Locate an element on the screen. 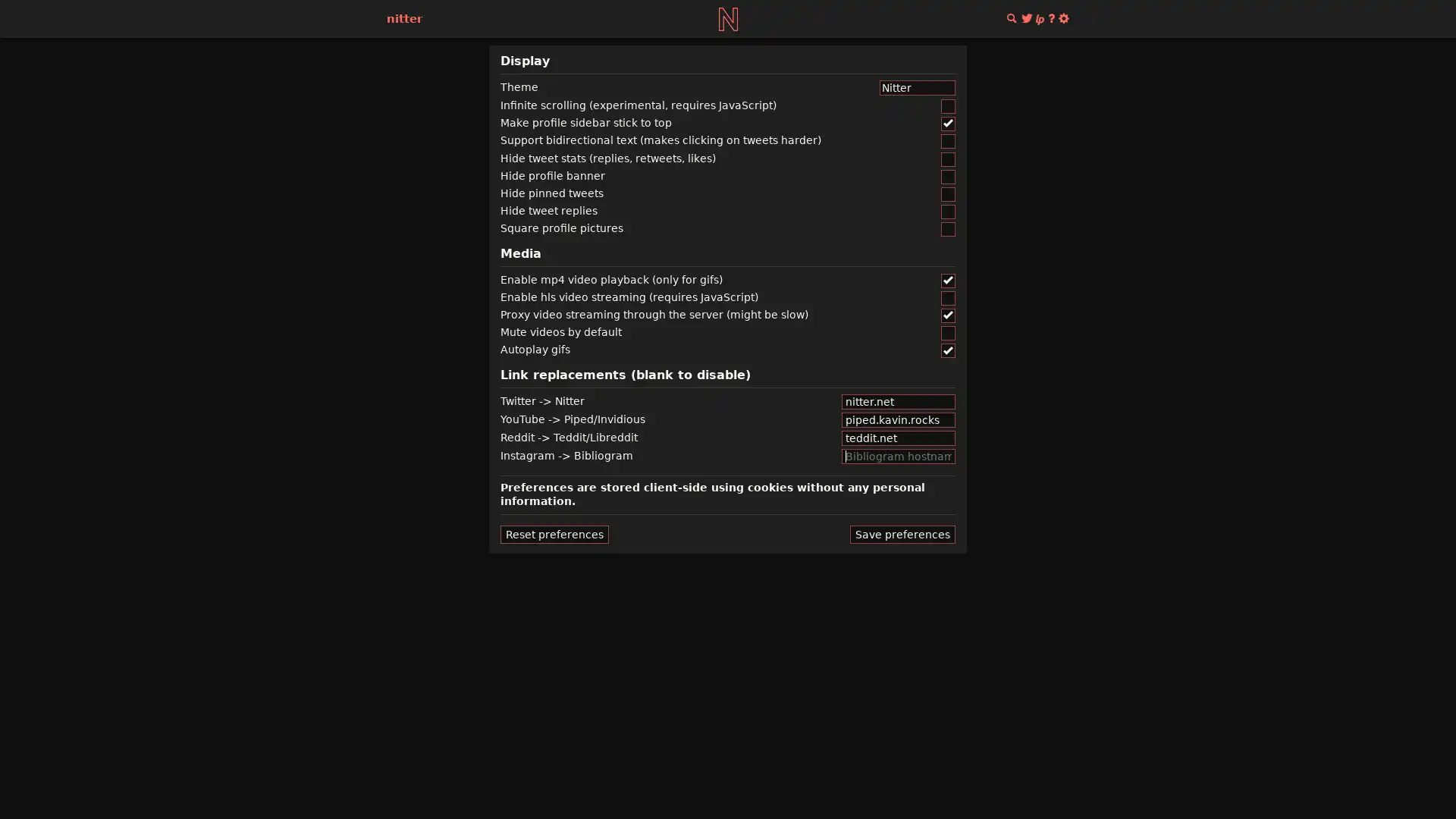 Image resolution: width=1456 pixels, height=819 pixels. Reset preferences is located at coordinates (554, 533).